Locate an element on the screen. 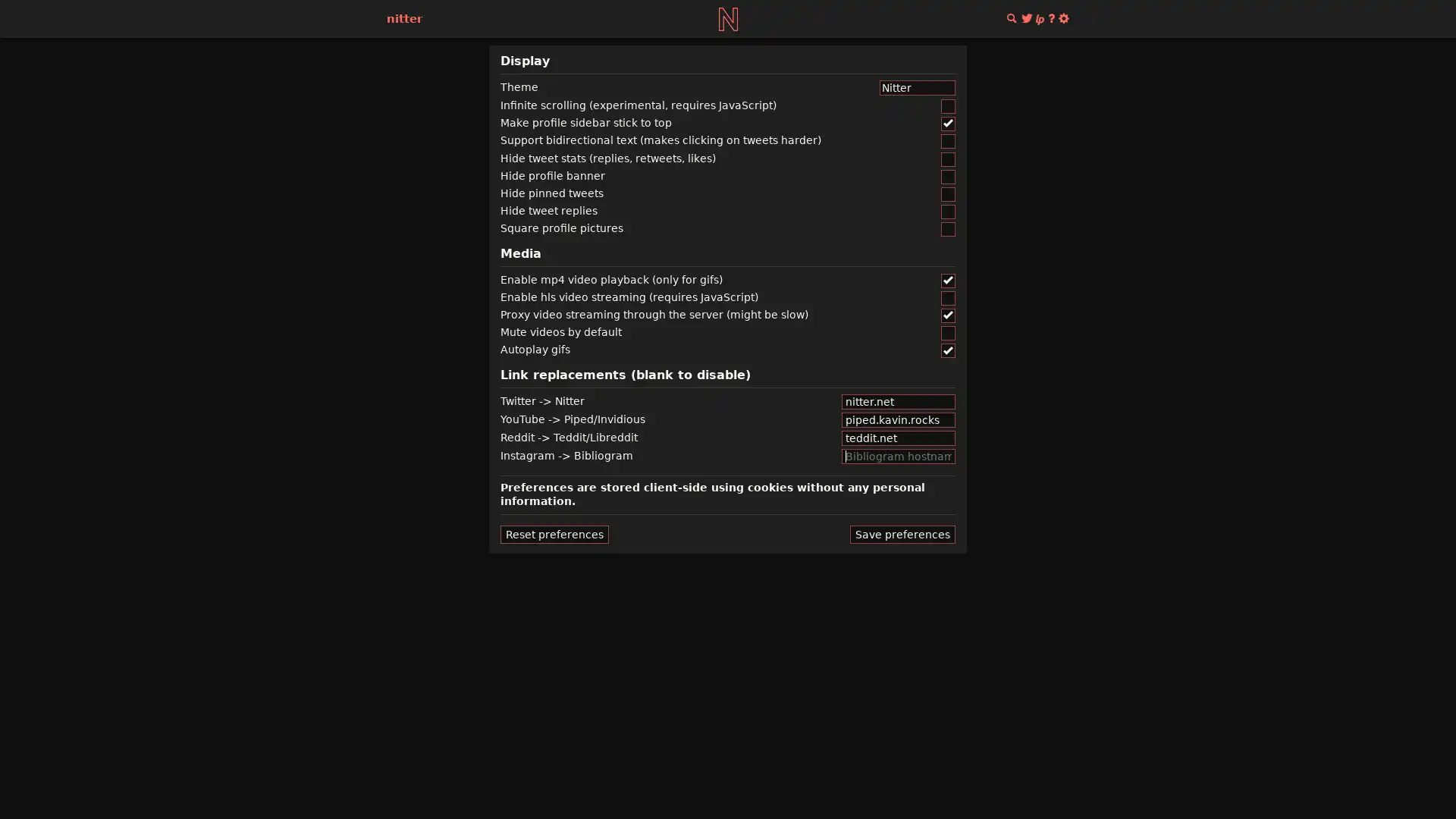 Image resolution: width=1456 pixels, height=819 pixels. Reset preferences is located at coordinates (554, 533).